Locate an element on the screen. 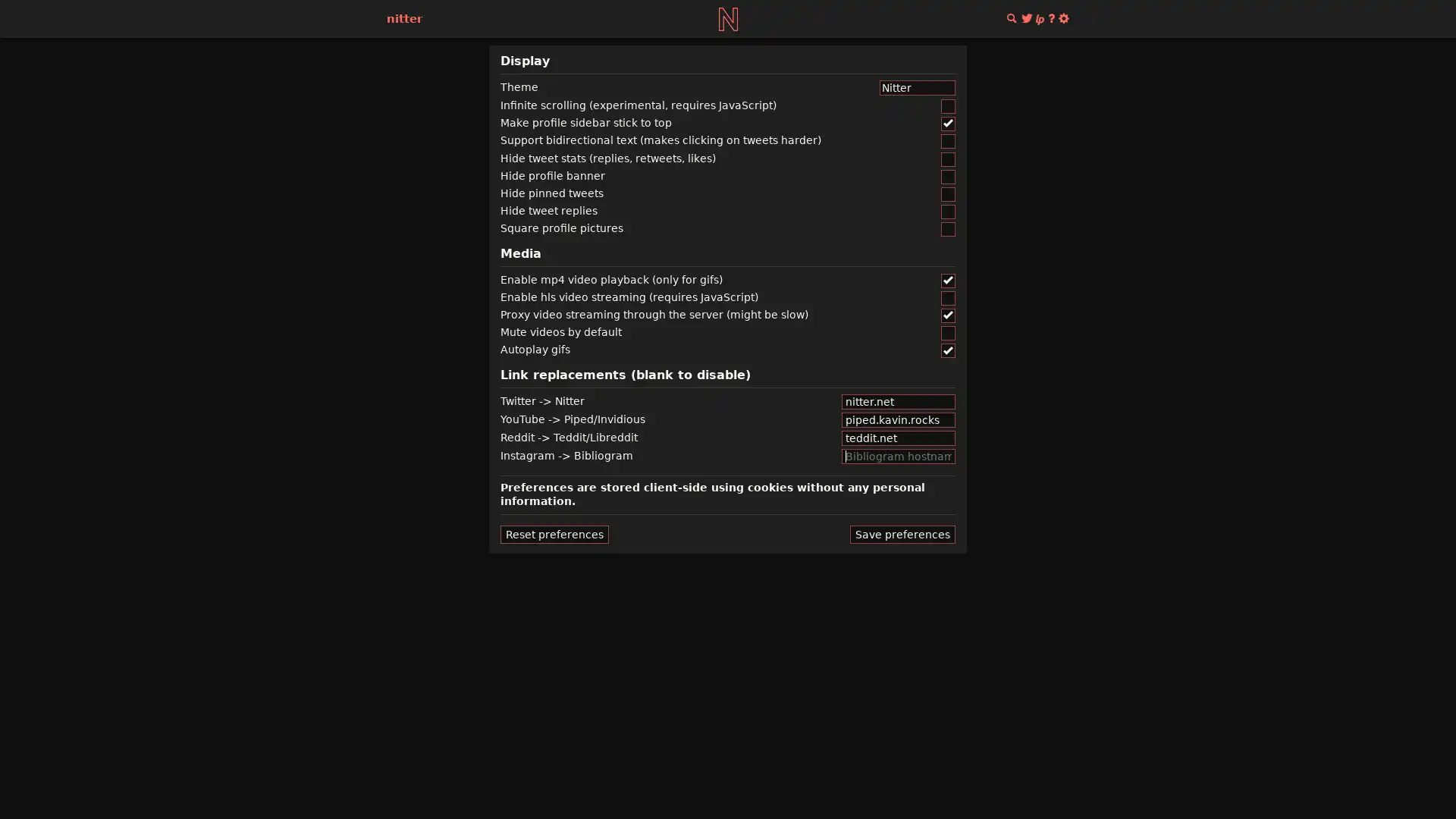 Image resolution: width=1456 pixels, height=819 pixels. Reset preferences is located at coordinates (554, 533).